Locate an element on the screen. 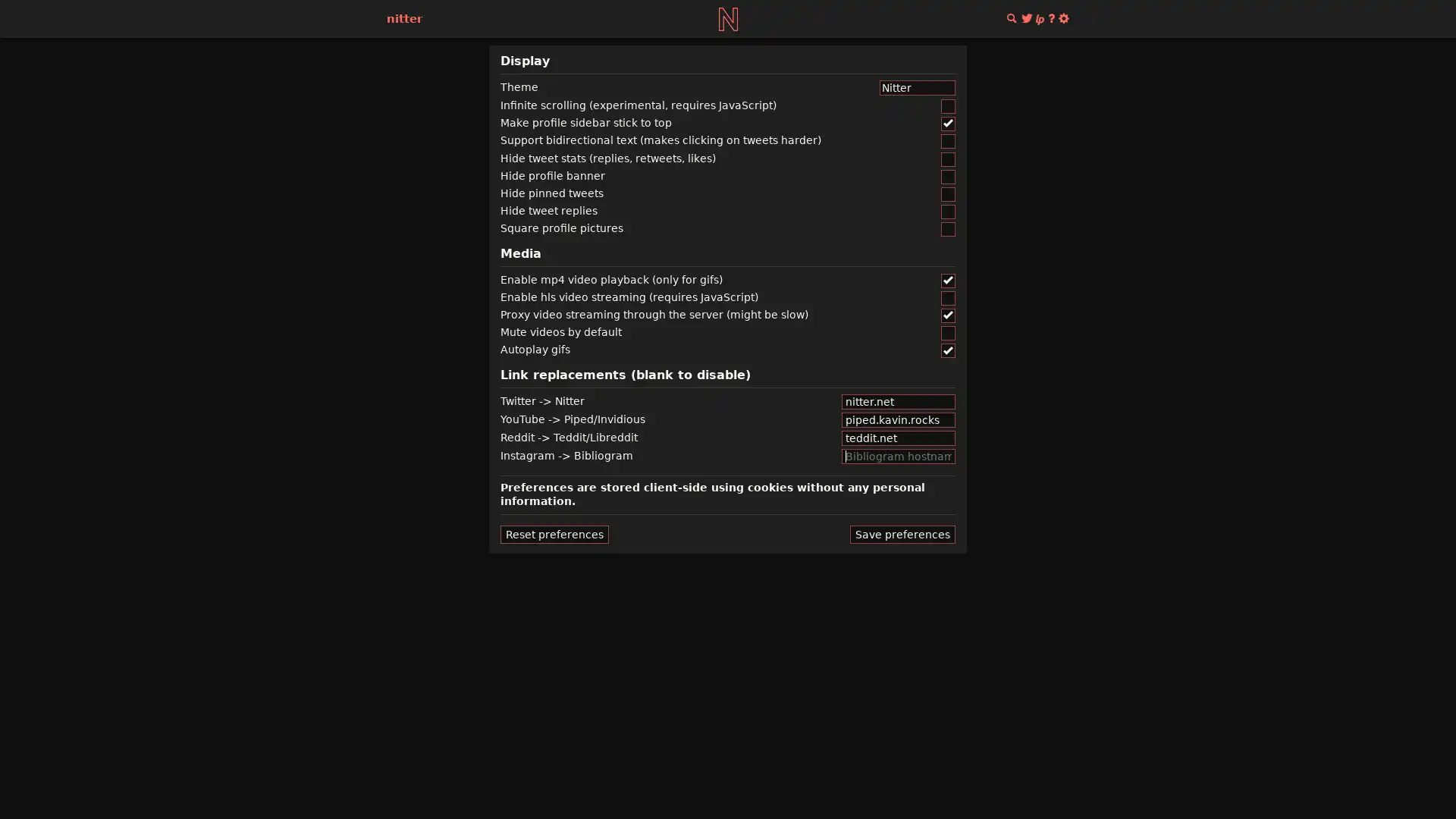 Image resolution: width=1456 pixels, height=819 pixels. Reset preferences is located at coordinates (554, 533).